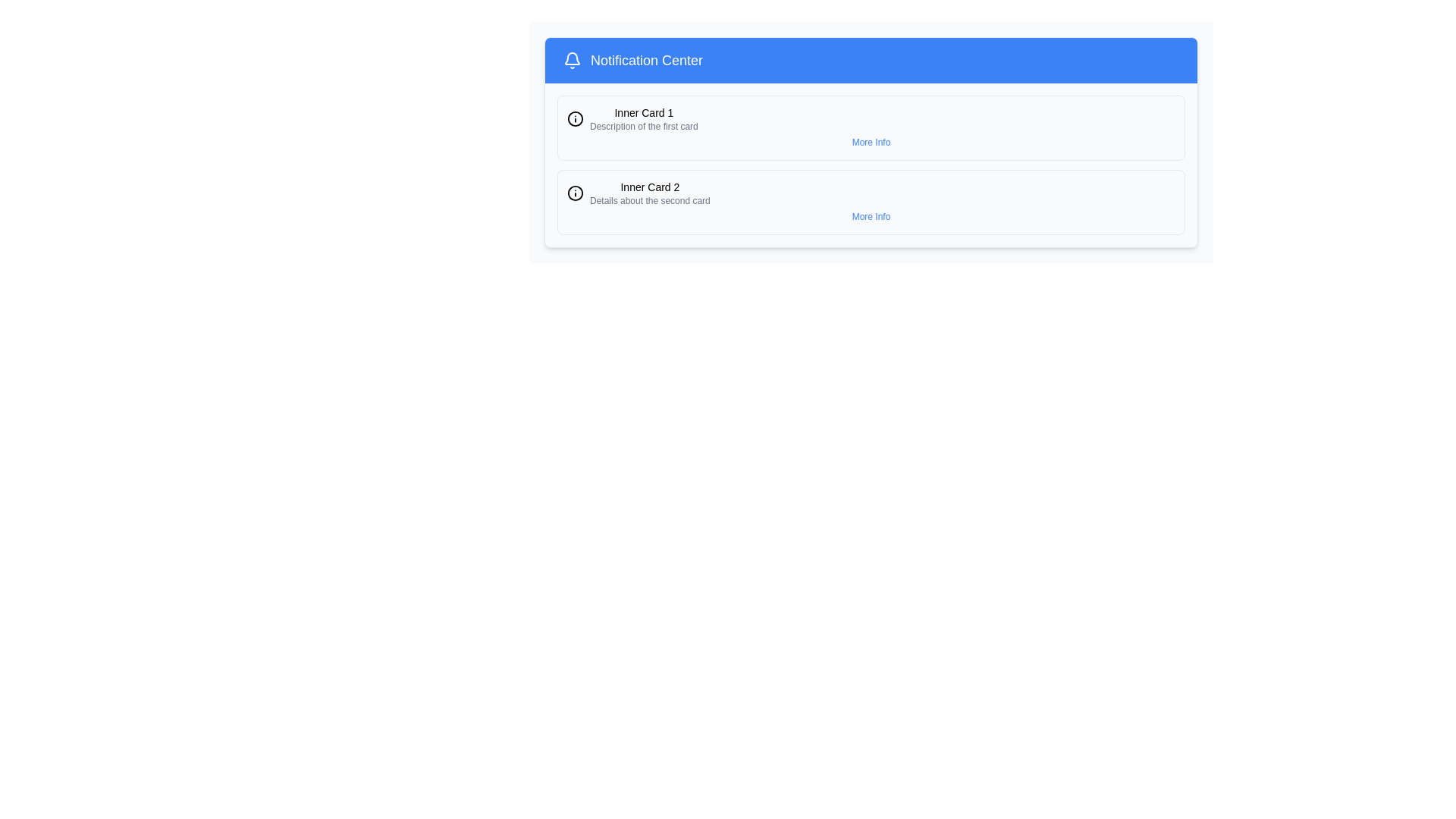 The width and height of the screenshot is (1456, 819). Describe the element at coordinates (871, 216) in the screenshot. I see `the hyperlink in the lower right of the card for 'Inner Card 2'` at that location.